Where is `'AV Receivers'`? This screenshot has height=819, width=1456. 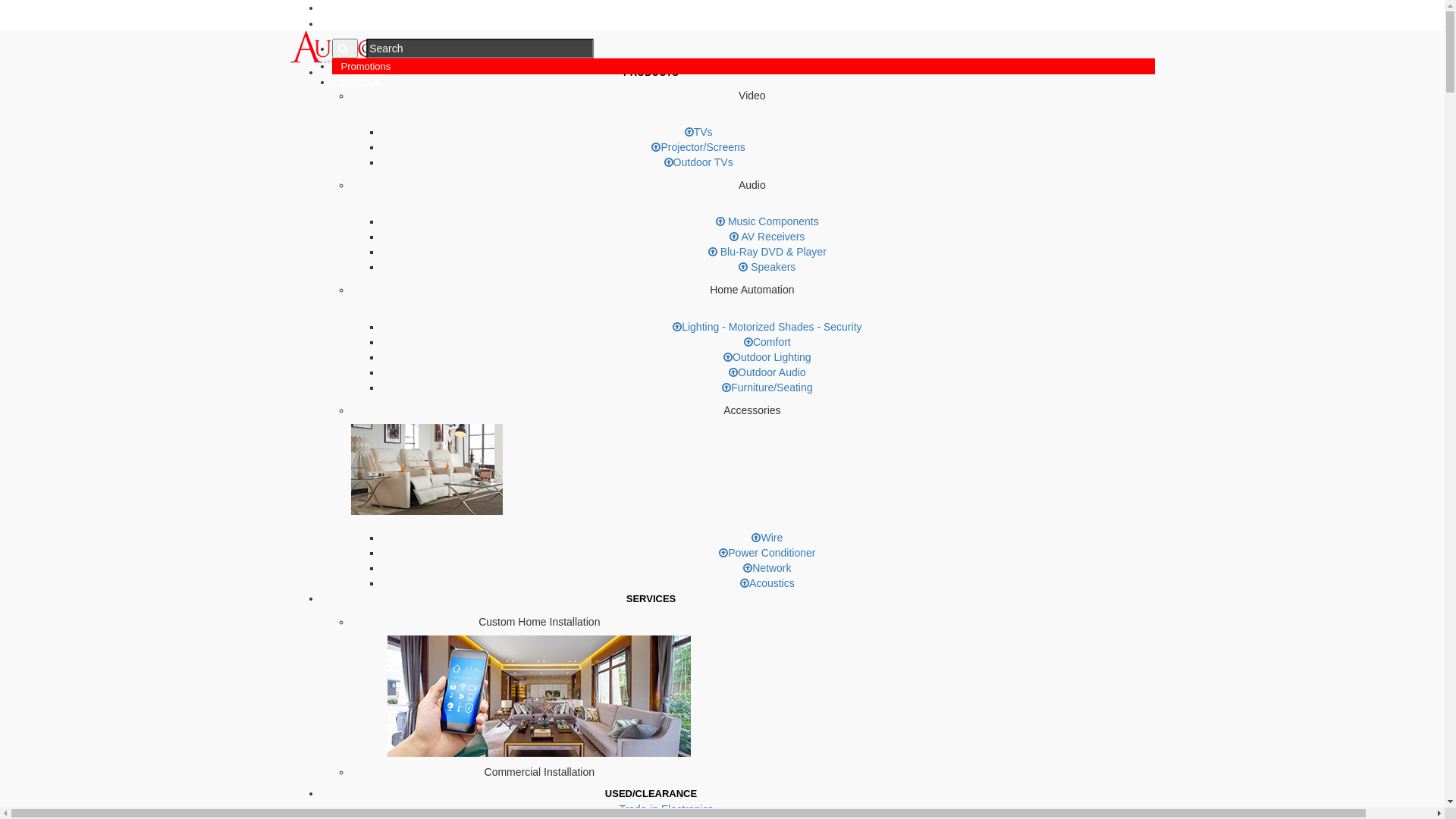 'AV Receivers' is located at coordinates (767, 237).